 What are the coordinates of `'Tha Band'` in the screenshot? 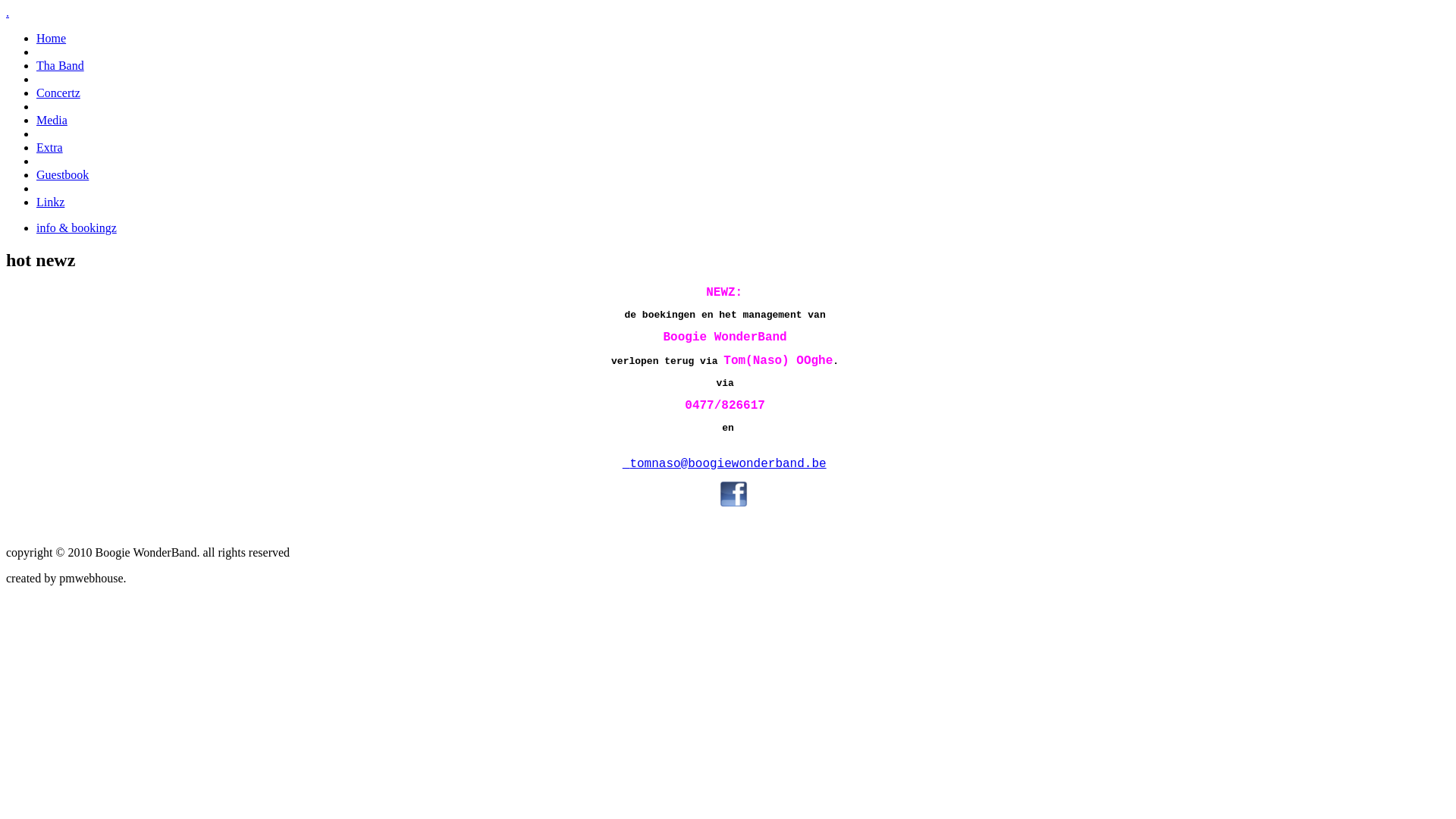 It's located at (60, 64).